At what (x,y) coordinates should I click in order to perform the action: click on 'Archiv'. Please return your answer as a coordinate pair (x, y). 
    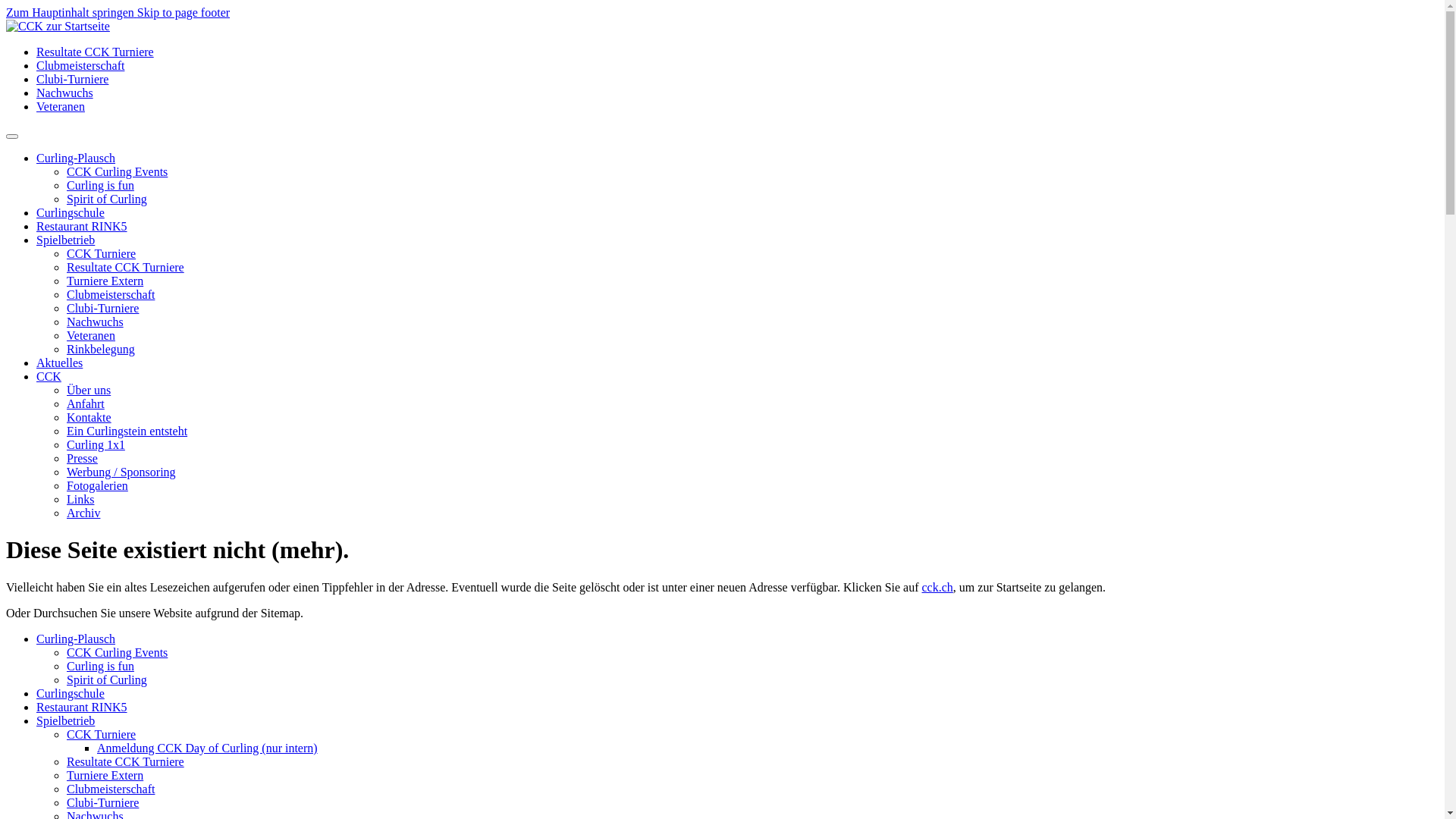
    Looking at the image, I should click on (65, 512).